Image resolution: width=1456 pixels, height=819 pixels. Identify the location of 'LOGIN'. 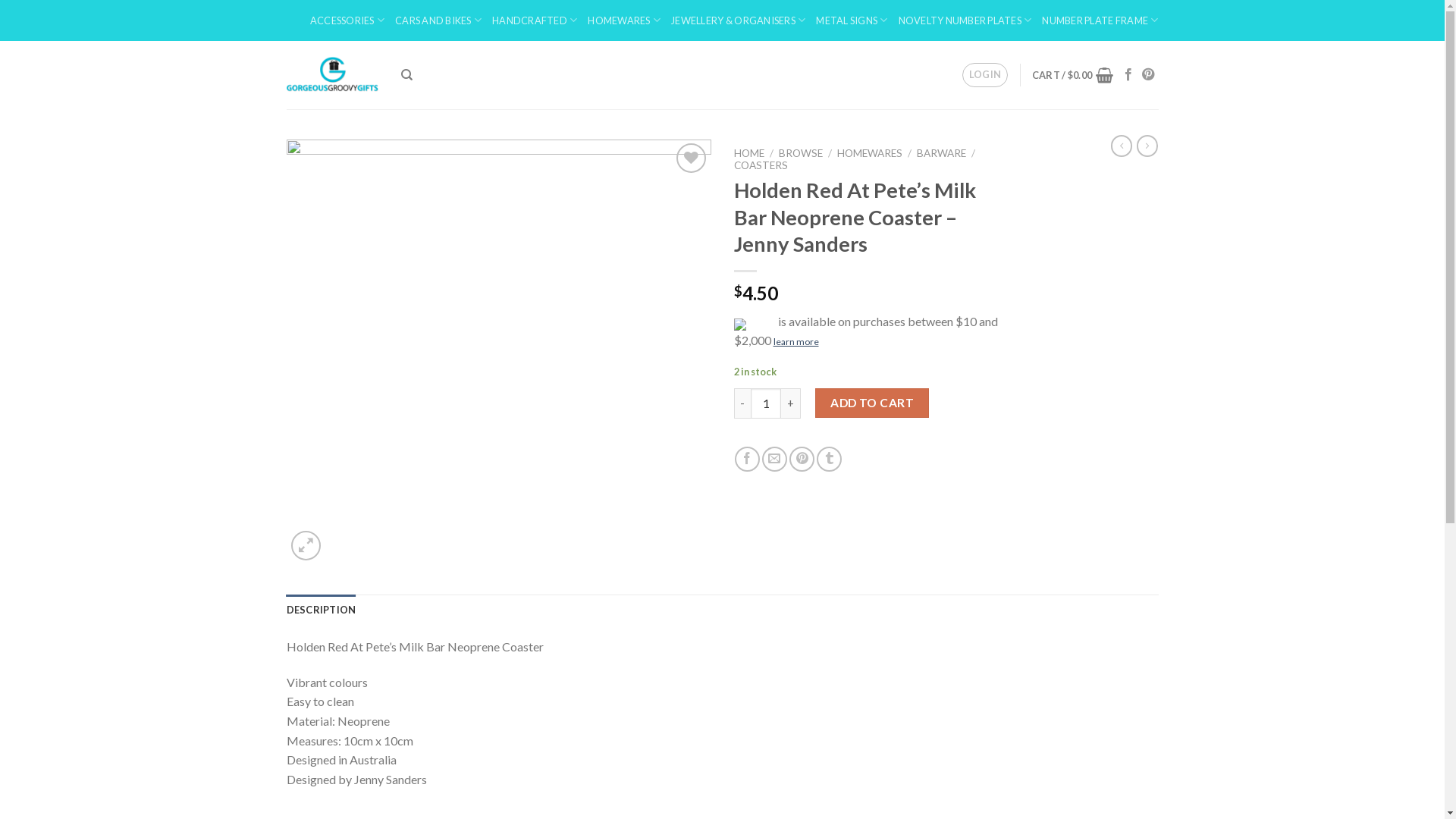
(984, 75).